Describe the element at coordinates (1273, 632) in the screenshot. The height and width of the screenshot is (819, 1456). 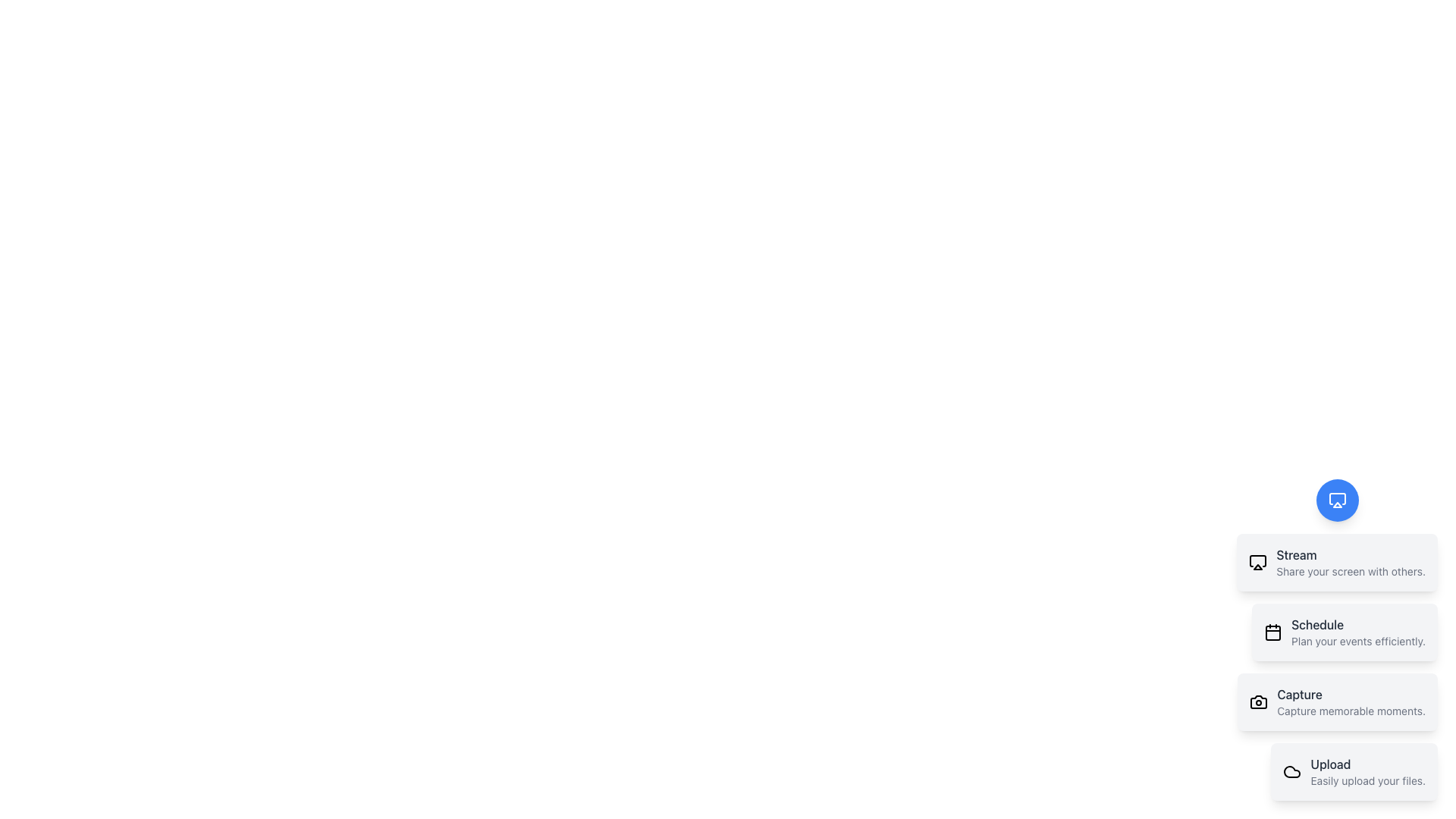
I see `the decorative part of the calendar icon that represents scheduling, located below the 'Stream' text and above the 'Capture' text in the vertical list of options` at that location.